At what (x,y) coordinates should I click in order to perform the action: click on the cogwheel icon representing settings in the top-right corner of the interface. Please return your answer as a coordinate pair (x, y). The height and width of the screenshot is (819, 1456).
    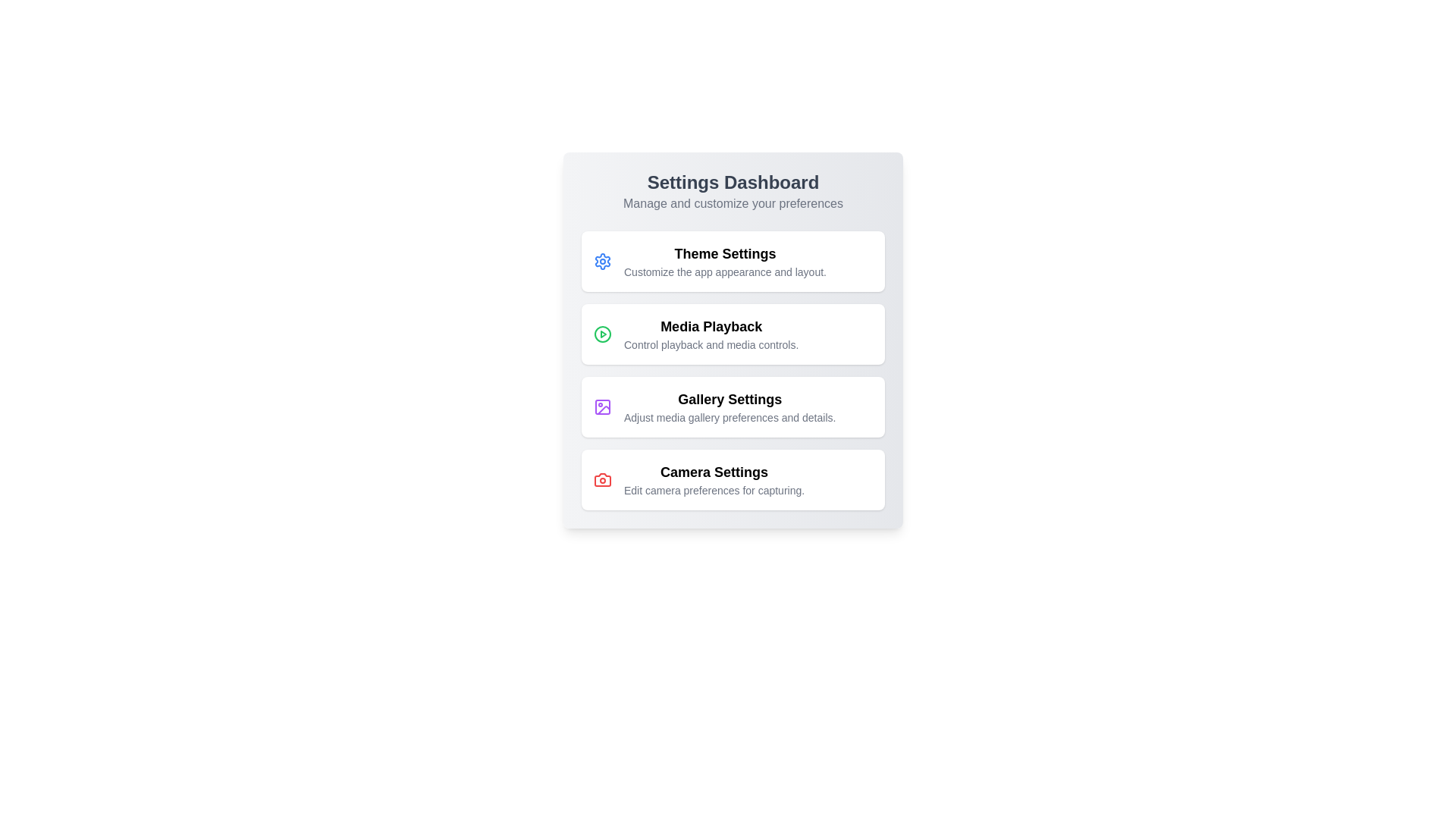
    Looking at the image, I should click on (602, 260).